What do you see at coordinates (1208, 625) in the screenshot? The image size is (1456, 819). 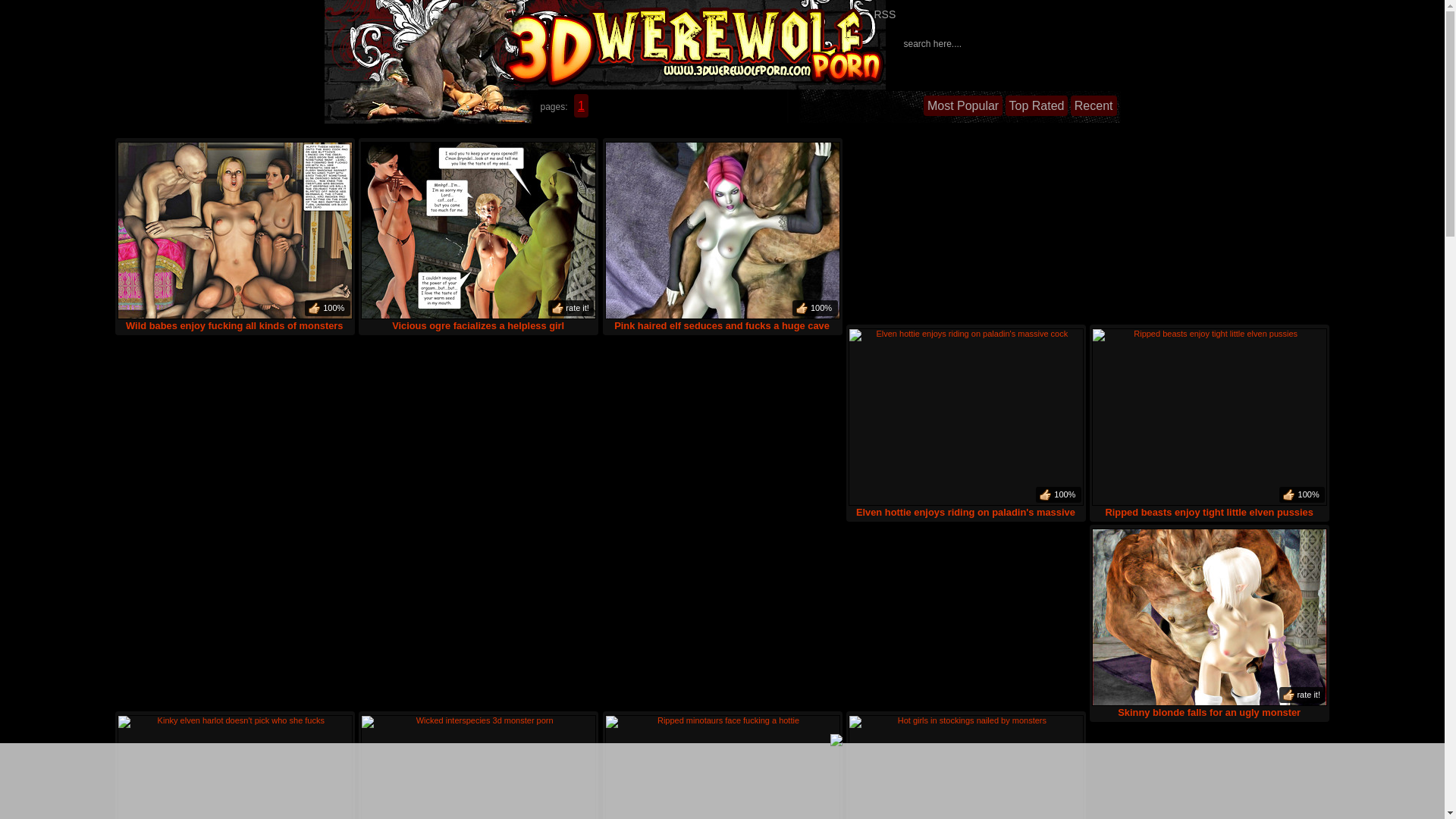 I see `'Skinny blonde falls for an ugly monster'` at bounding box center [1208, 625].